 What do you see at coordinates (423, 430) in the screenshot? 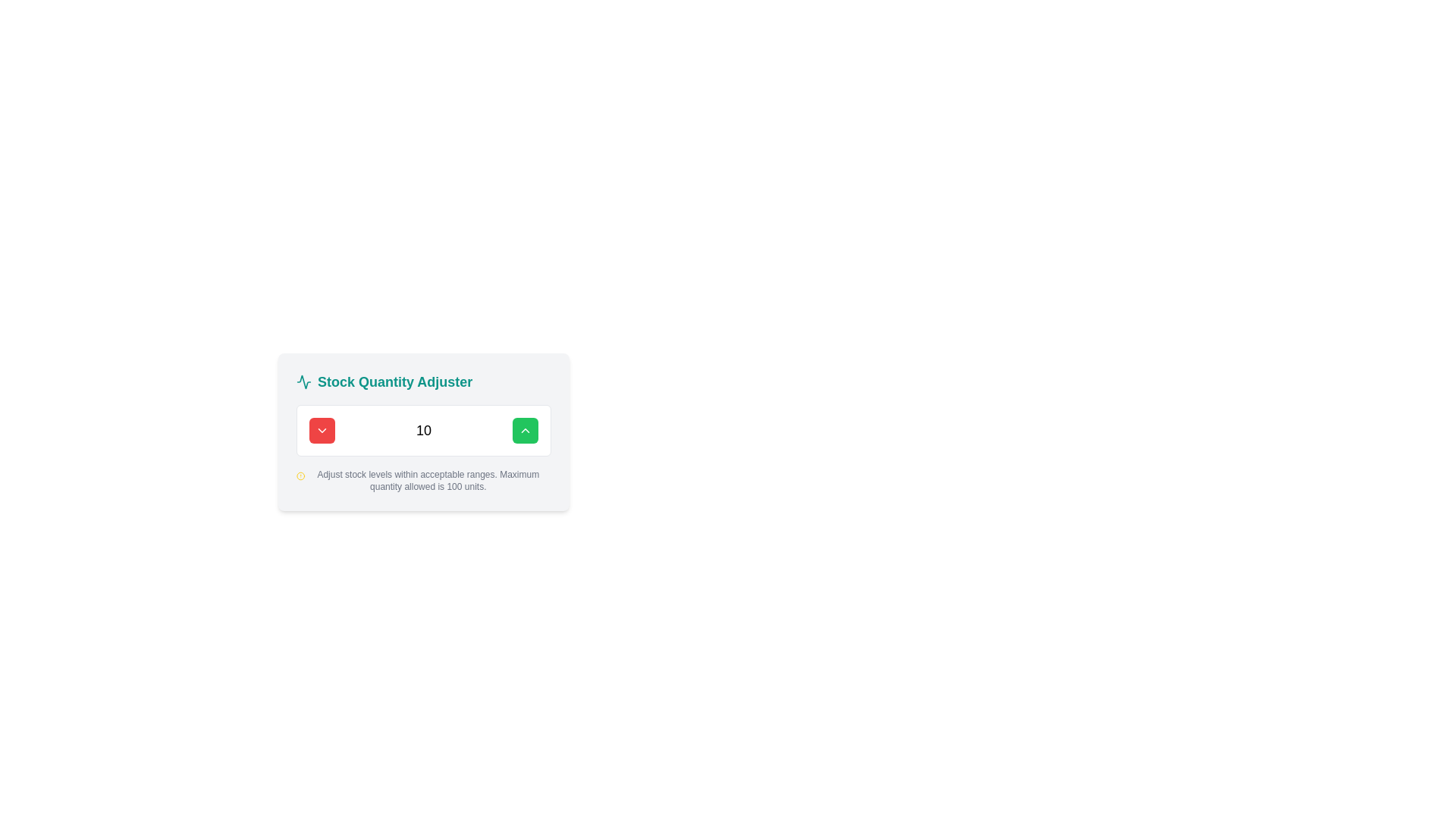
I see `inside the numerical value text input field to focus and enable editing` at bounding box center [423, 430].